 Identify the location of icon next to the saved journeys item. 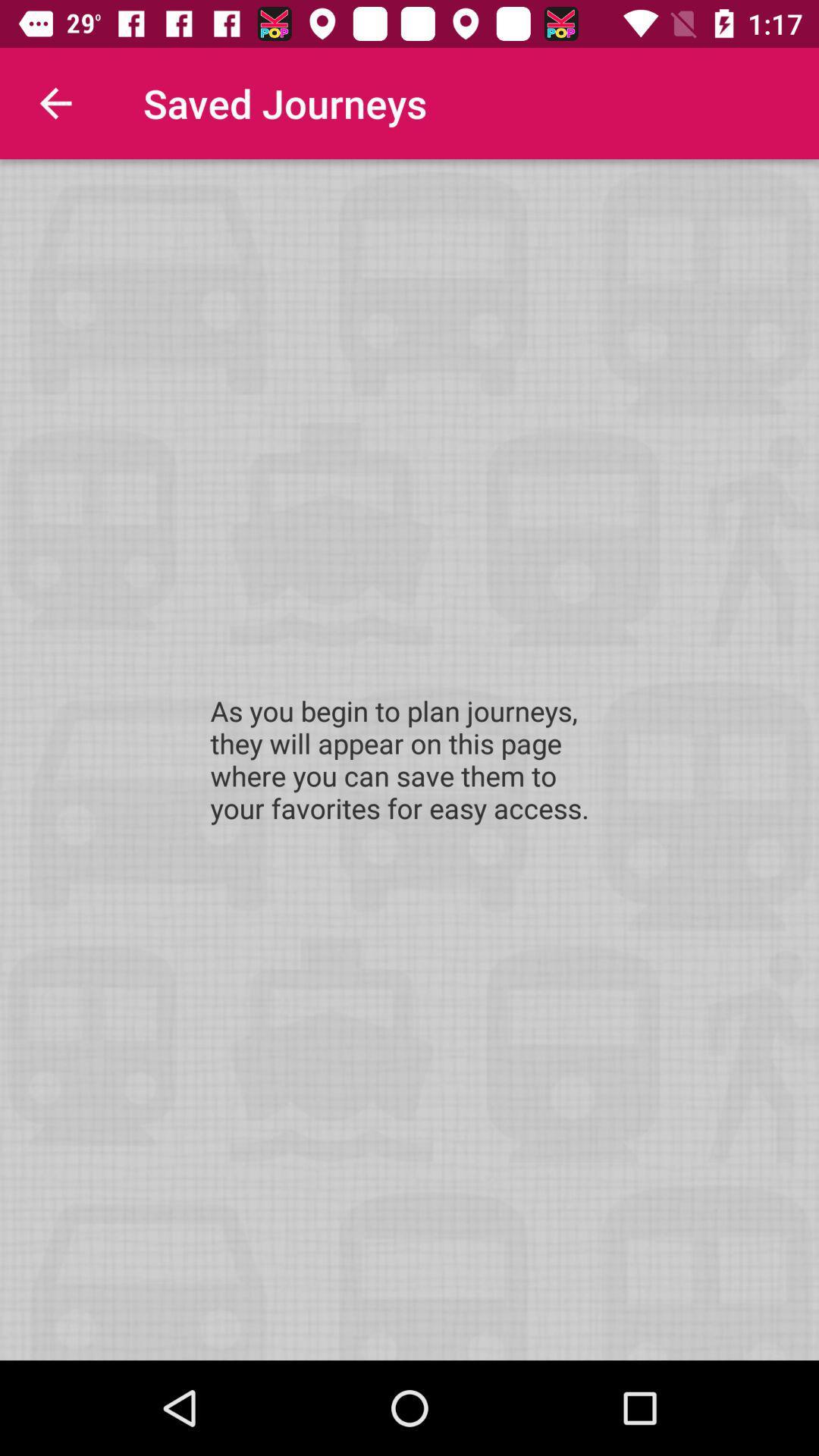
(55, 102).